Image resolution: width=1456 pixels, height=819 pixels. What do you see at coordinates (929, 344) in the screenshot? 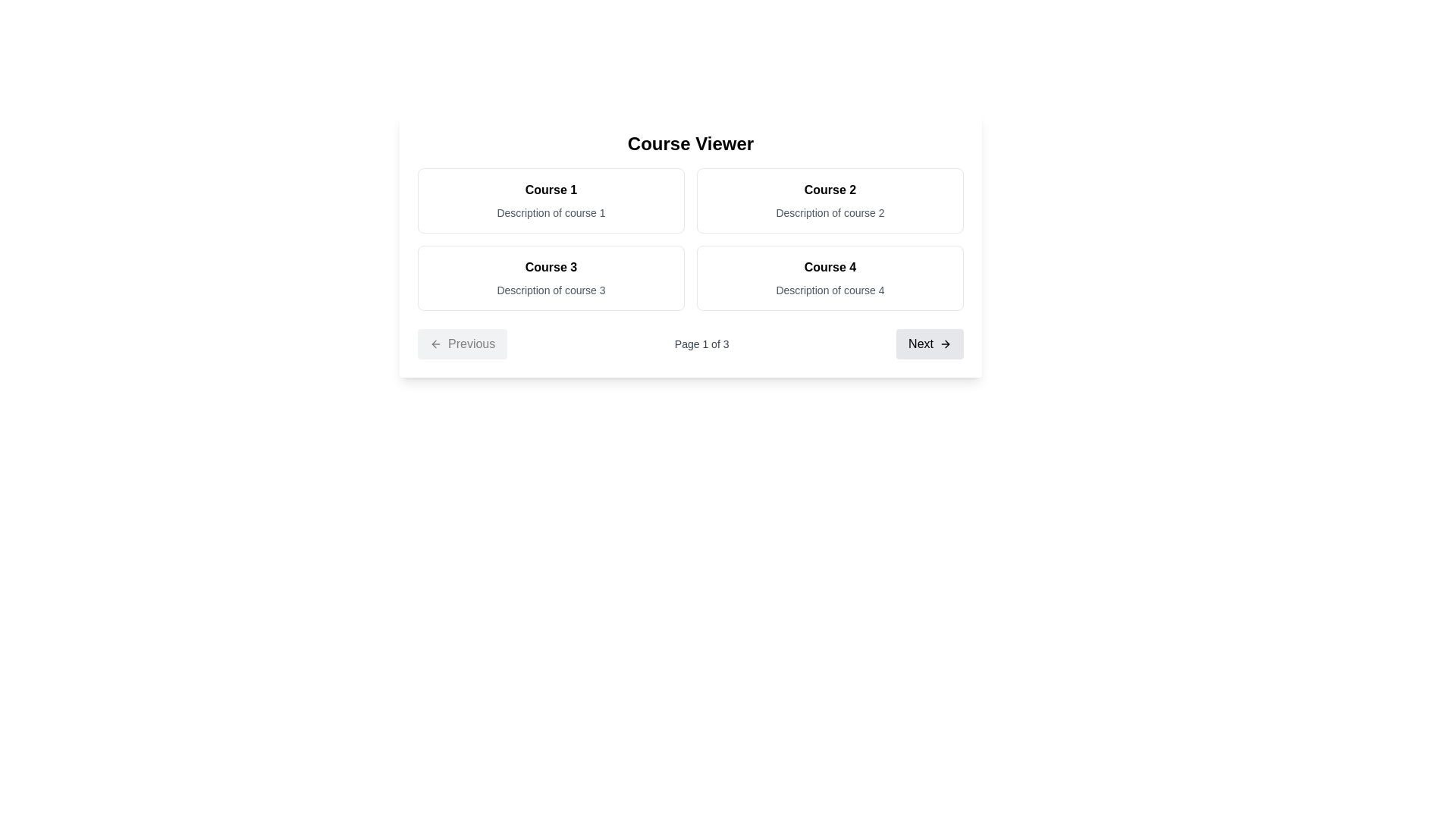
I see `the navigation button located at the lower right corner of the layout, which is the rightmost button next to 'Page 1 of 3' and the 'Previous' button, for visual feedback` at bounding box center [929, 344].